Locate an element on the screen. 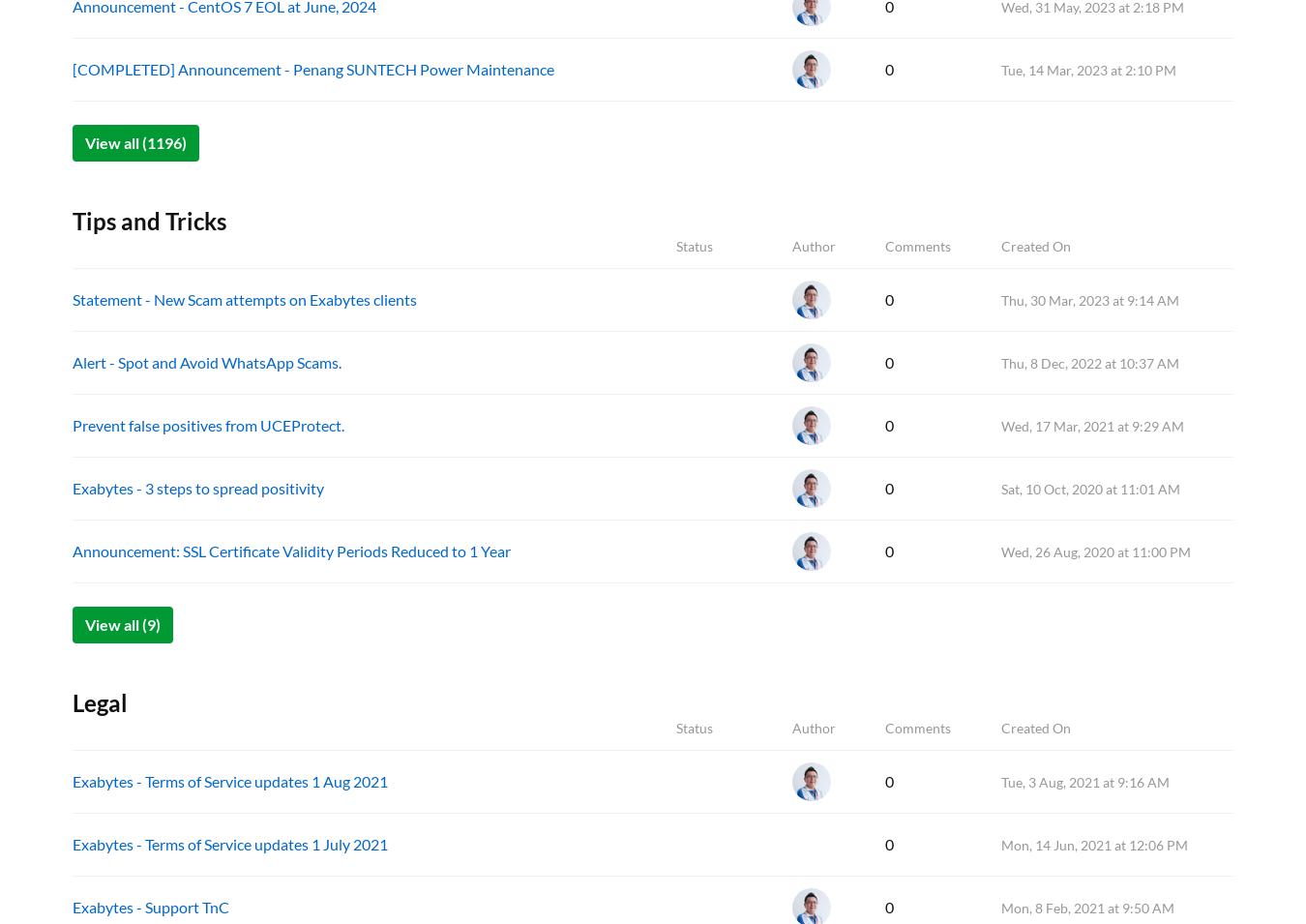 The width and height of the screenshot is (1306, 924). 'Thu, 30 Mar, 2023 at  9:14 AM' is located at coordinates (1001, 300).